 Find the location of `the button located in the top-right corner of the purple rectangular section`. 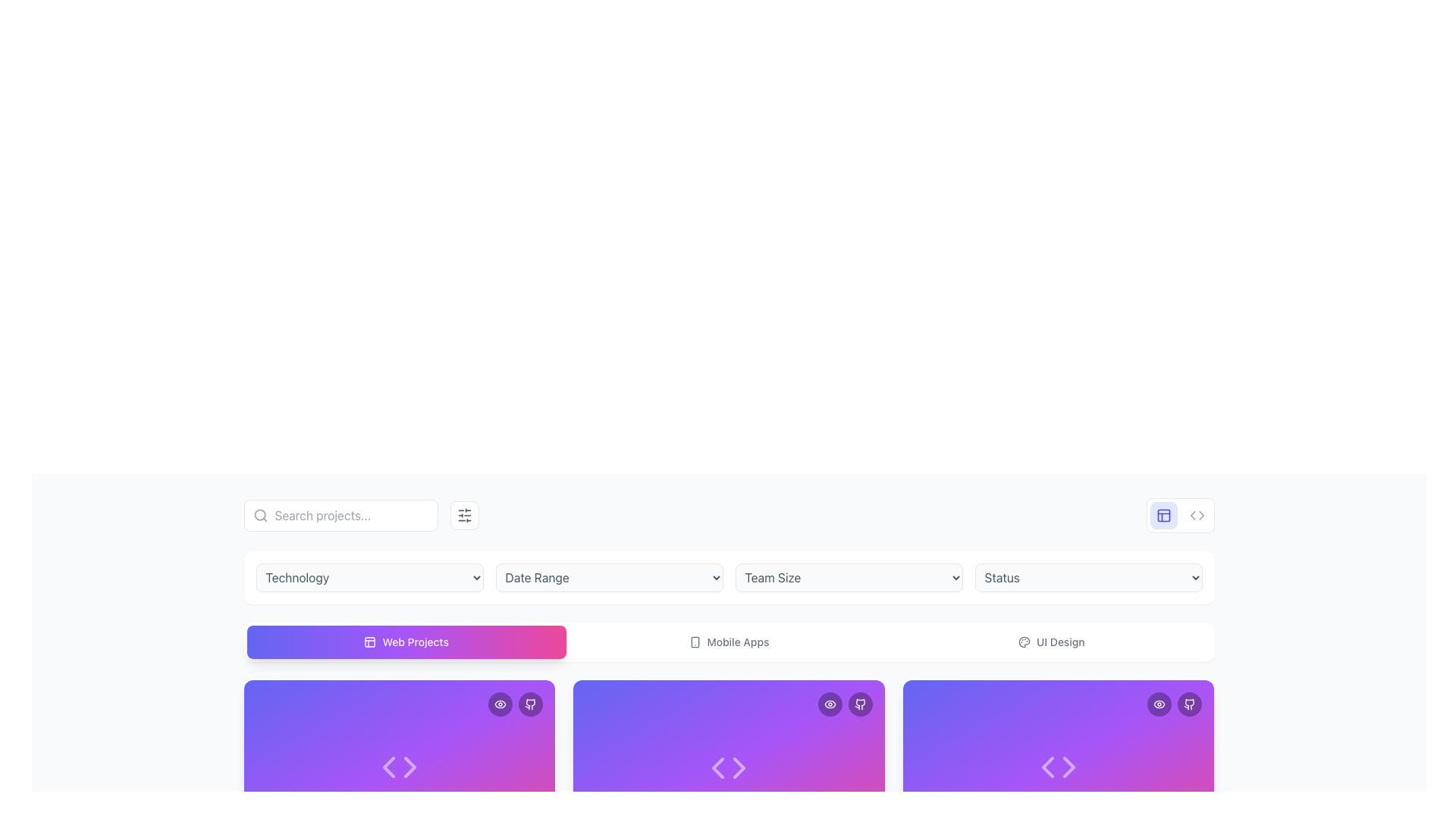

the button located in the top-right corner of the purple rectangular section is located at coordinates (500, 704).